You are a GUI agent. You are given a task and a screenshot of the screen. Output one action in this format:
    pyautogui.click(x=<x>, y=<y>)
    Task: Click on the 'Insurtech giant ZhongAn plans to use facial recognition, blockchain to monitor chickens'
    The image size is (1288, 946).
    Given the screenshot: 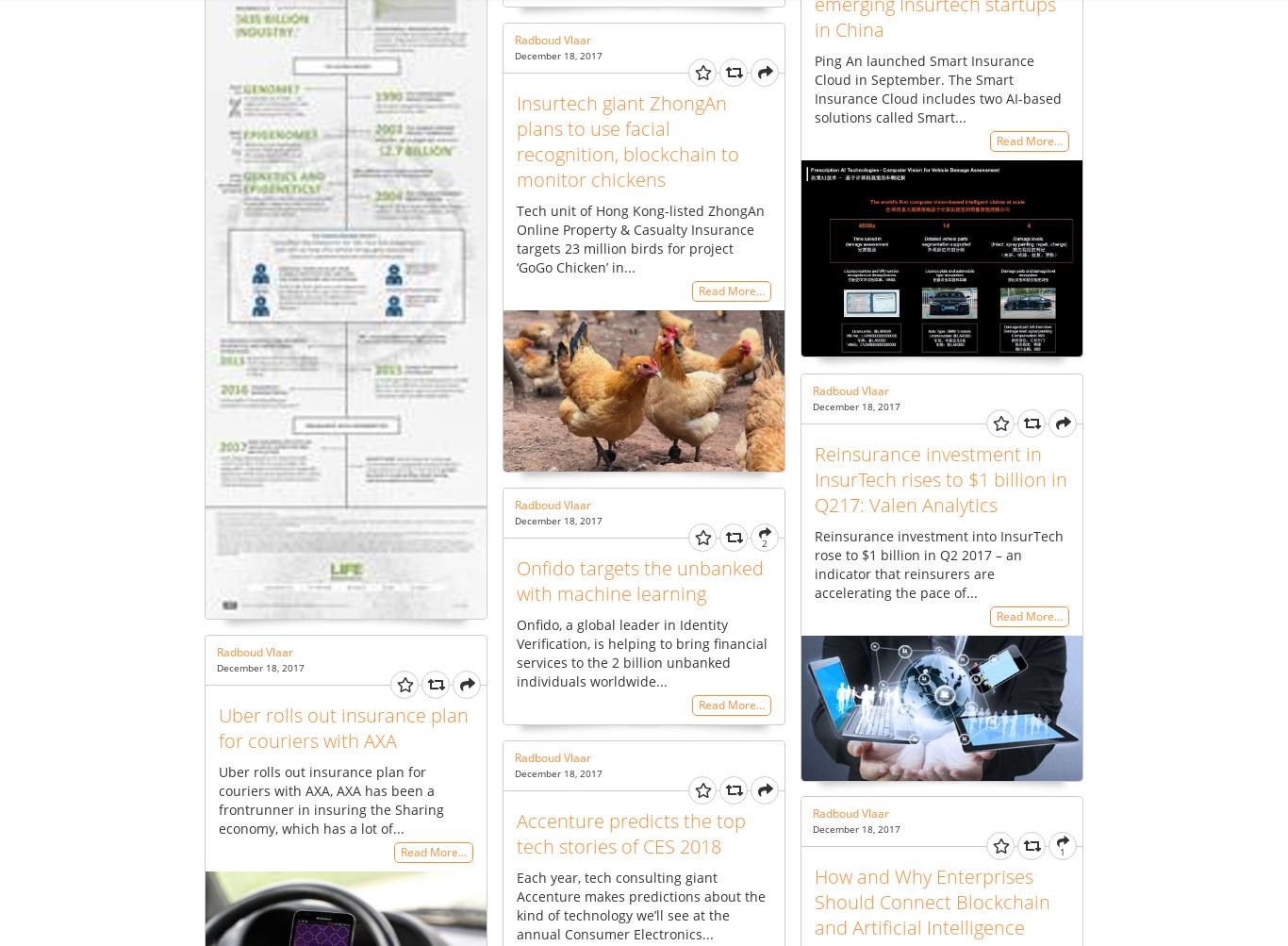 What is the action you would take?
    pyautogui.click(x=627, y=140)
    